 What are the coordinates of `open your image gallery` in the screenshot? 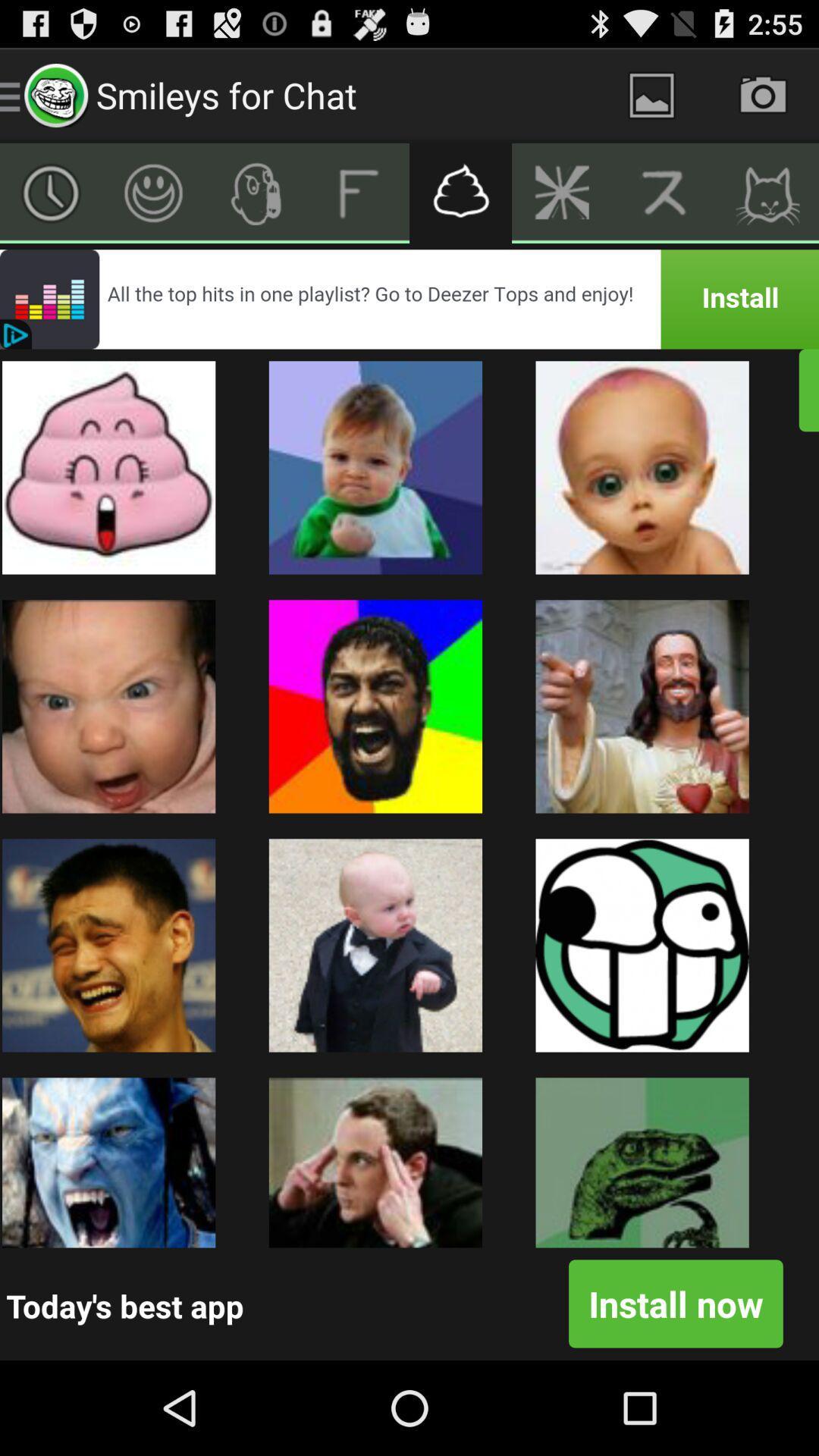 It's located at (651, 94).